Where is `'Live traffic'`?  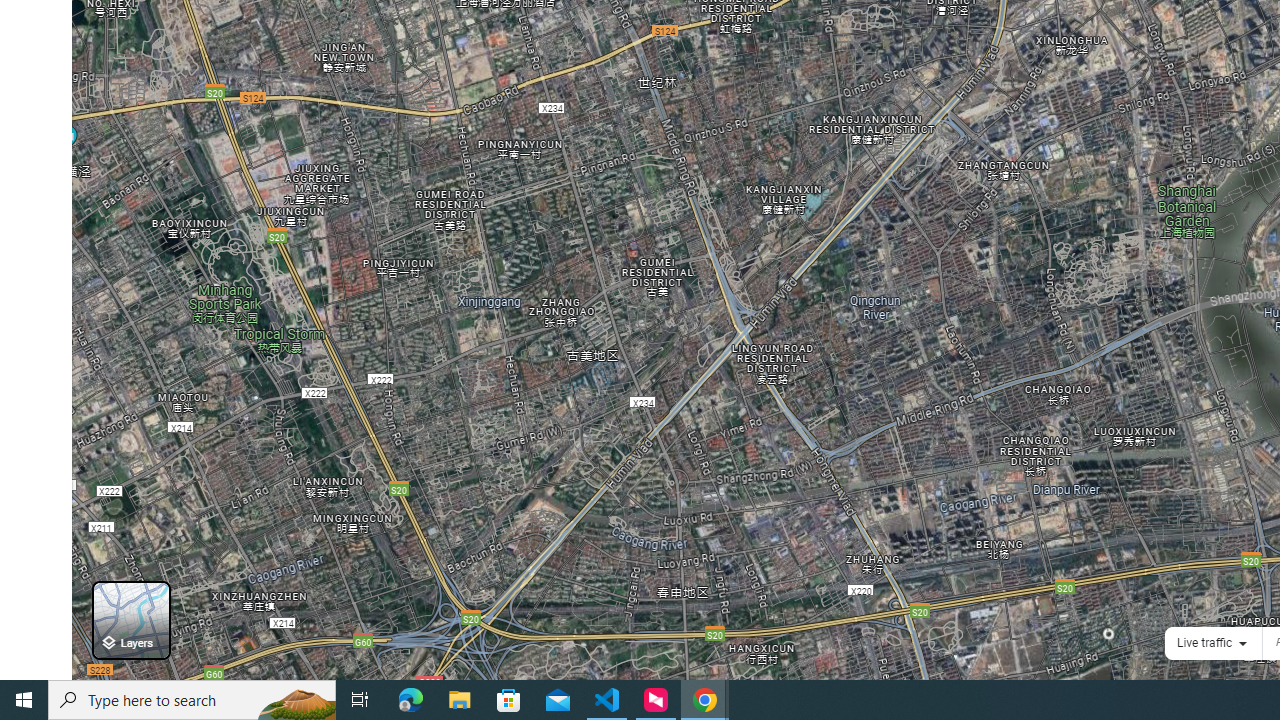 'Live traffic' is located at coordinates (1203, 642).